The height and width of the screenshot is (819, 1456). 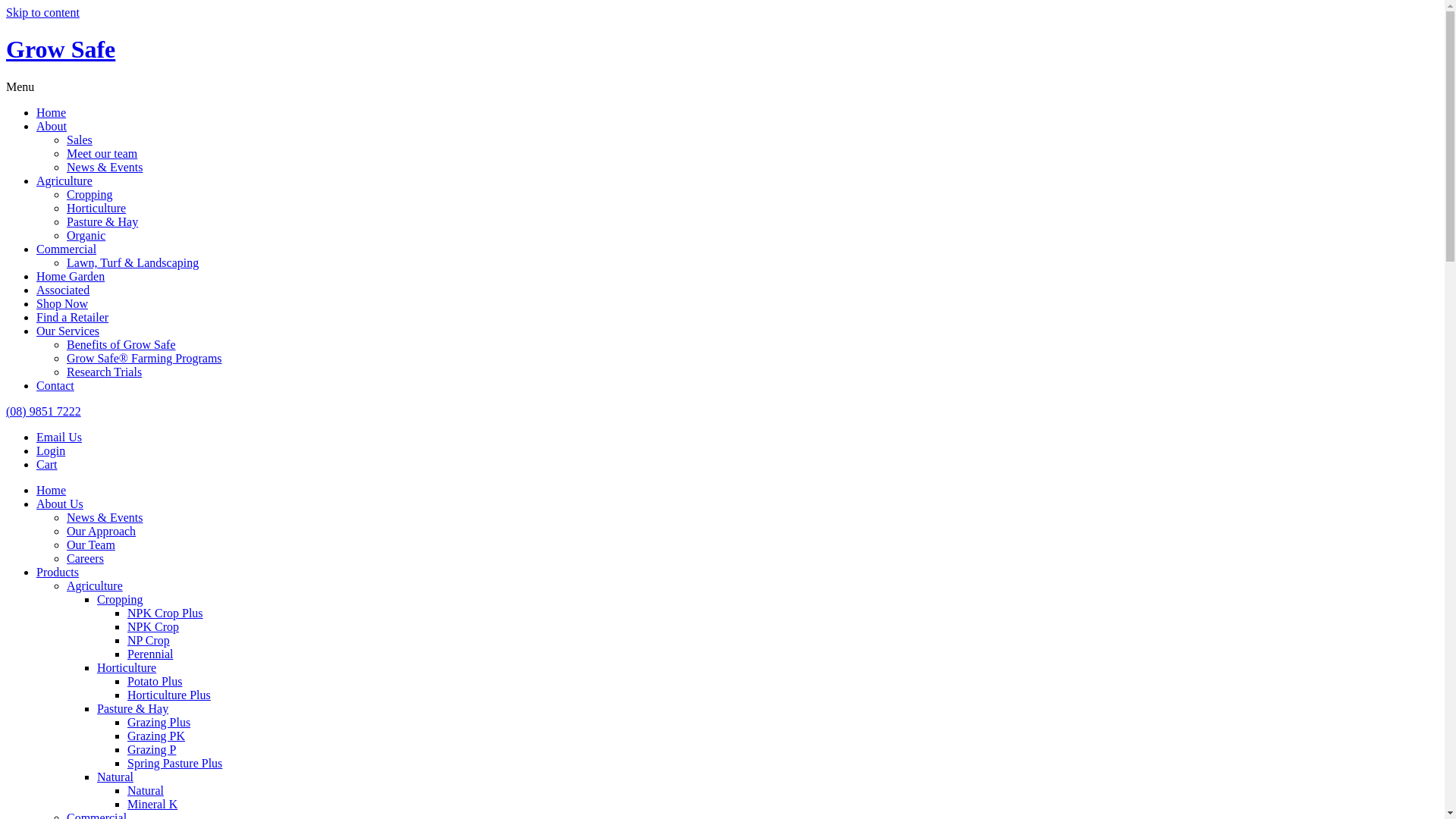 I want to click on 'Benefits of Grow Safe', so click(x=120, y=344).